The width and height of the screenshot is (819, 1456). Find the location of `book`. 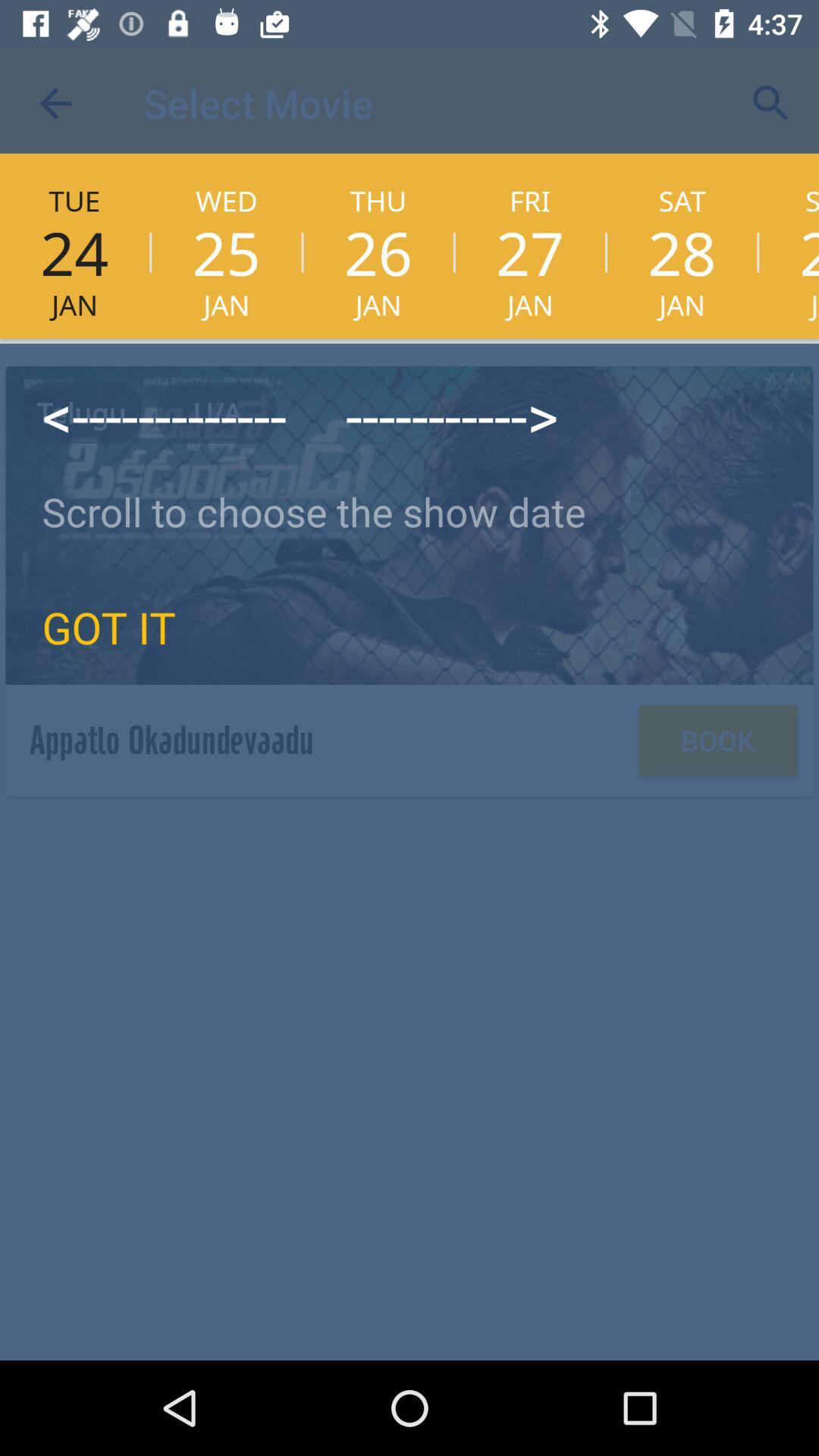

book is located at coordinates (717, 740).